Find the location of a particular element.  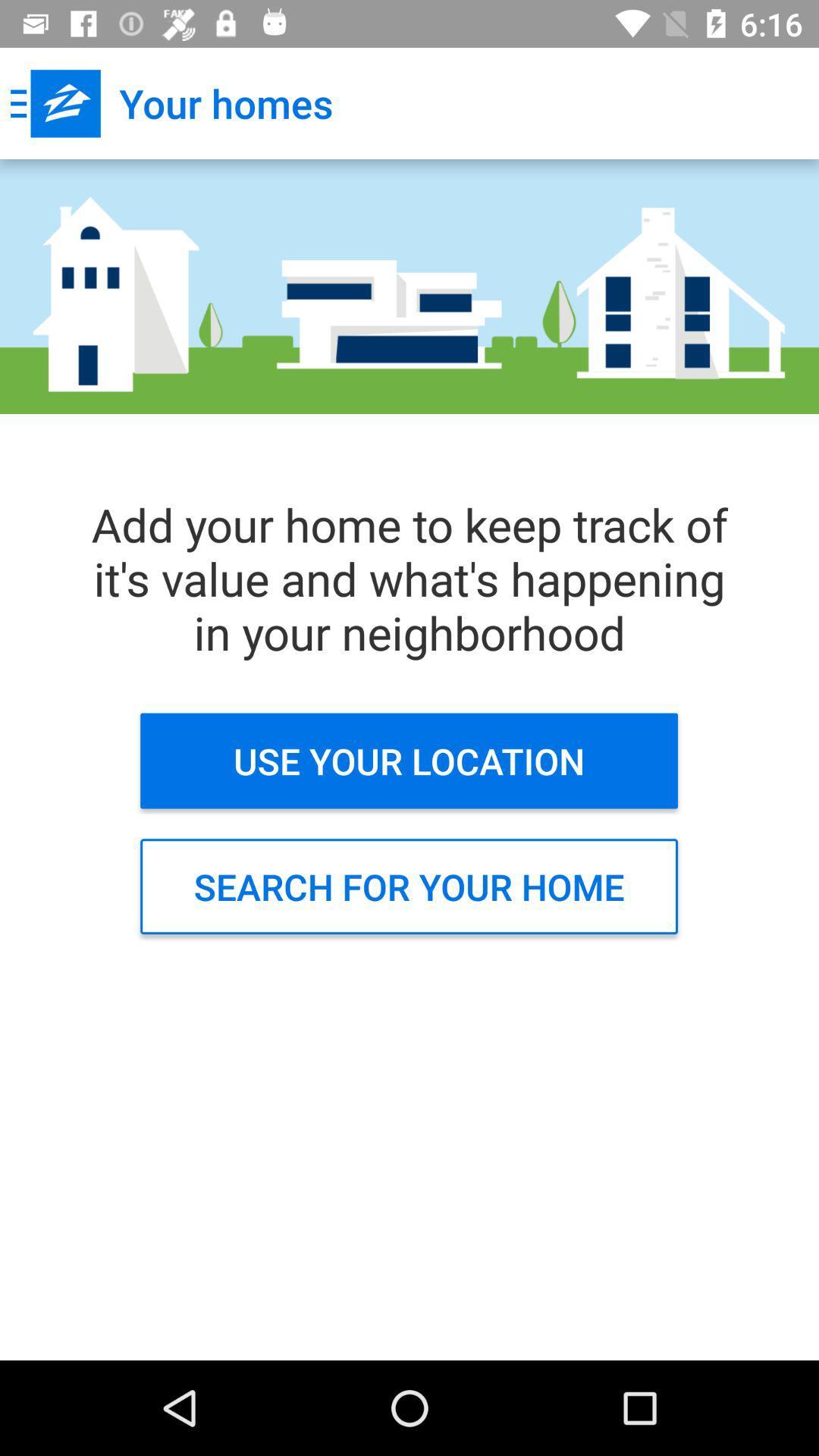

the icon above search for your item is located at coordinates (408, 761).